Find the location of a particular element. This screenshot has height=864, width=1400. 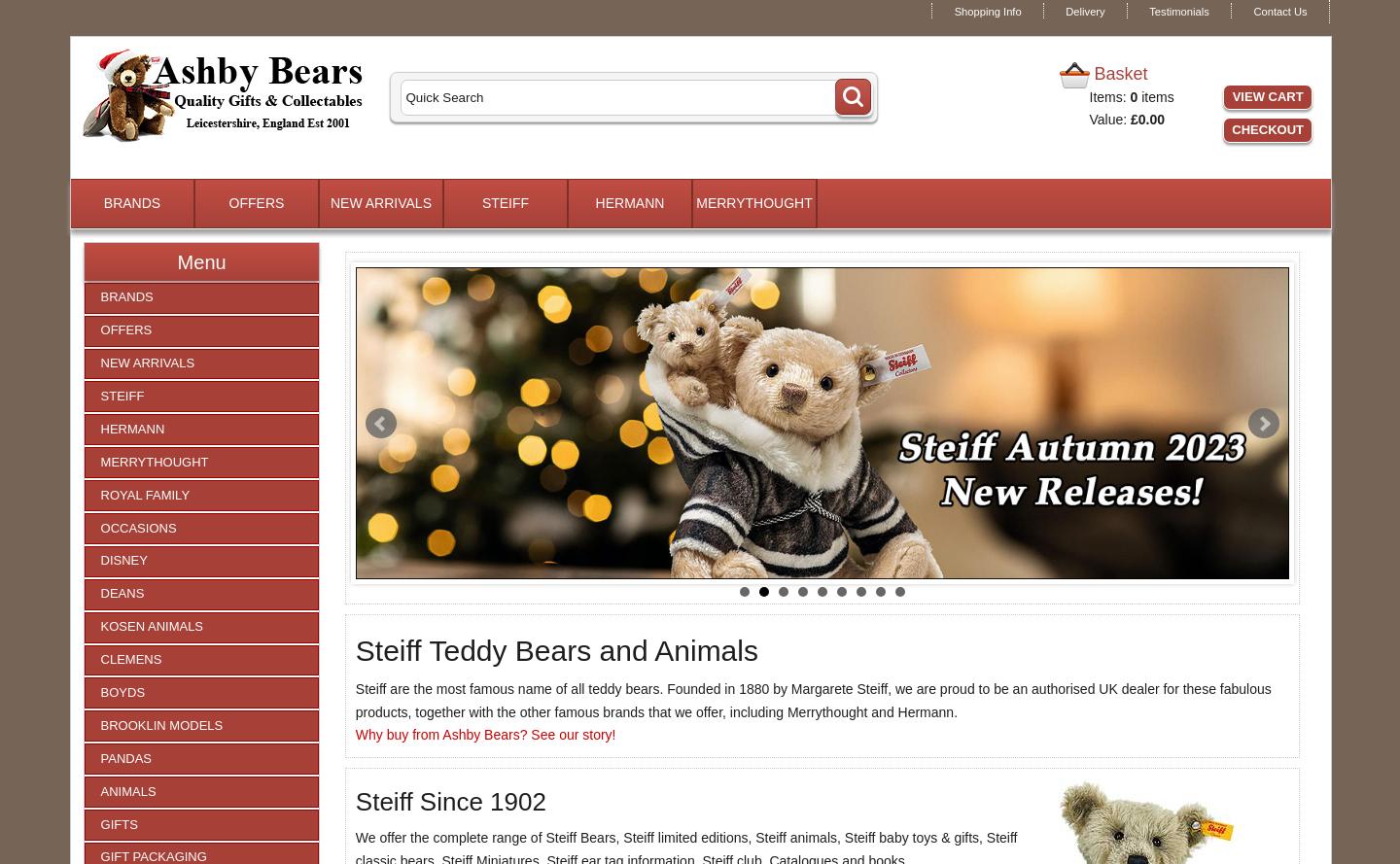

'STEIFF' is located at coordinates (504, 202).